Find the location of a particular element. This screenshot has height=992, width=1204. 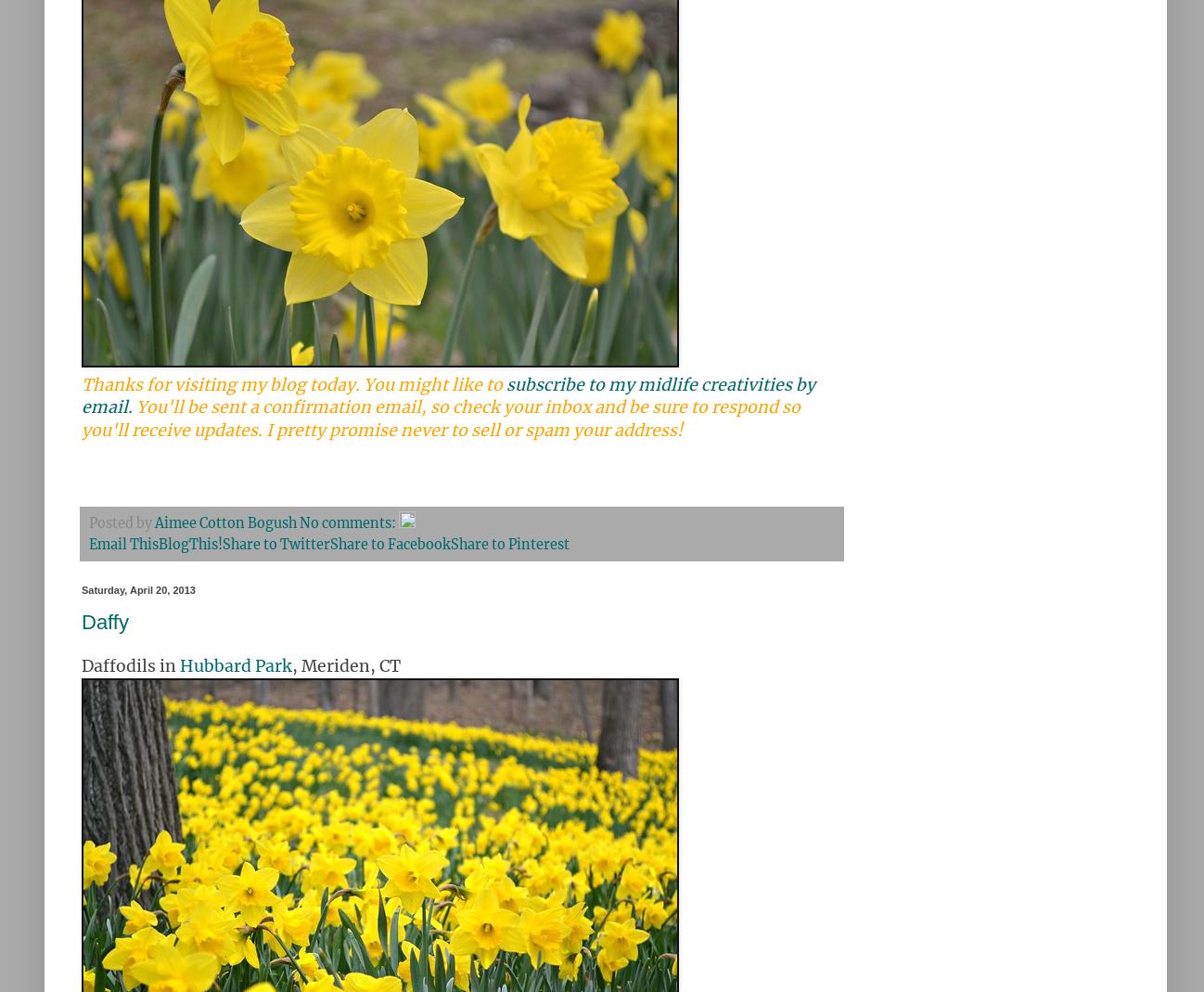

'Email This' is located at coordinates (122, 544).